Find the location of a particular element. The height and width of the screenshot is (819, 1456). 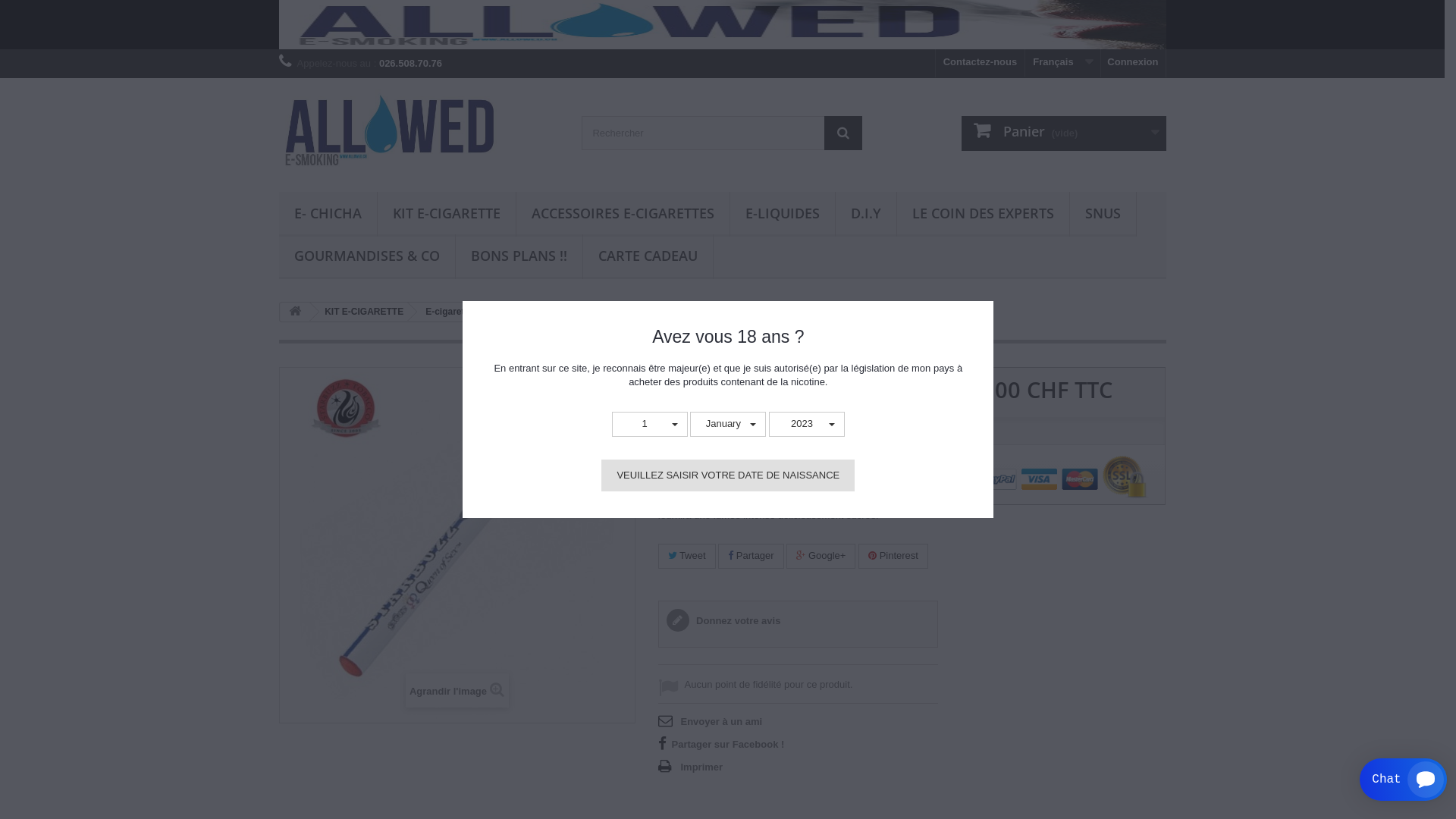

'BONS PLANS !!' is located at coordinates (454, 256).